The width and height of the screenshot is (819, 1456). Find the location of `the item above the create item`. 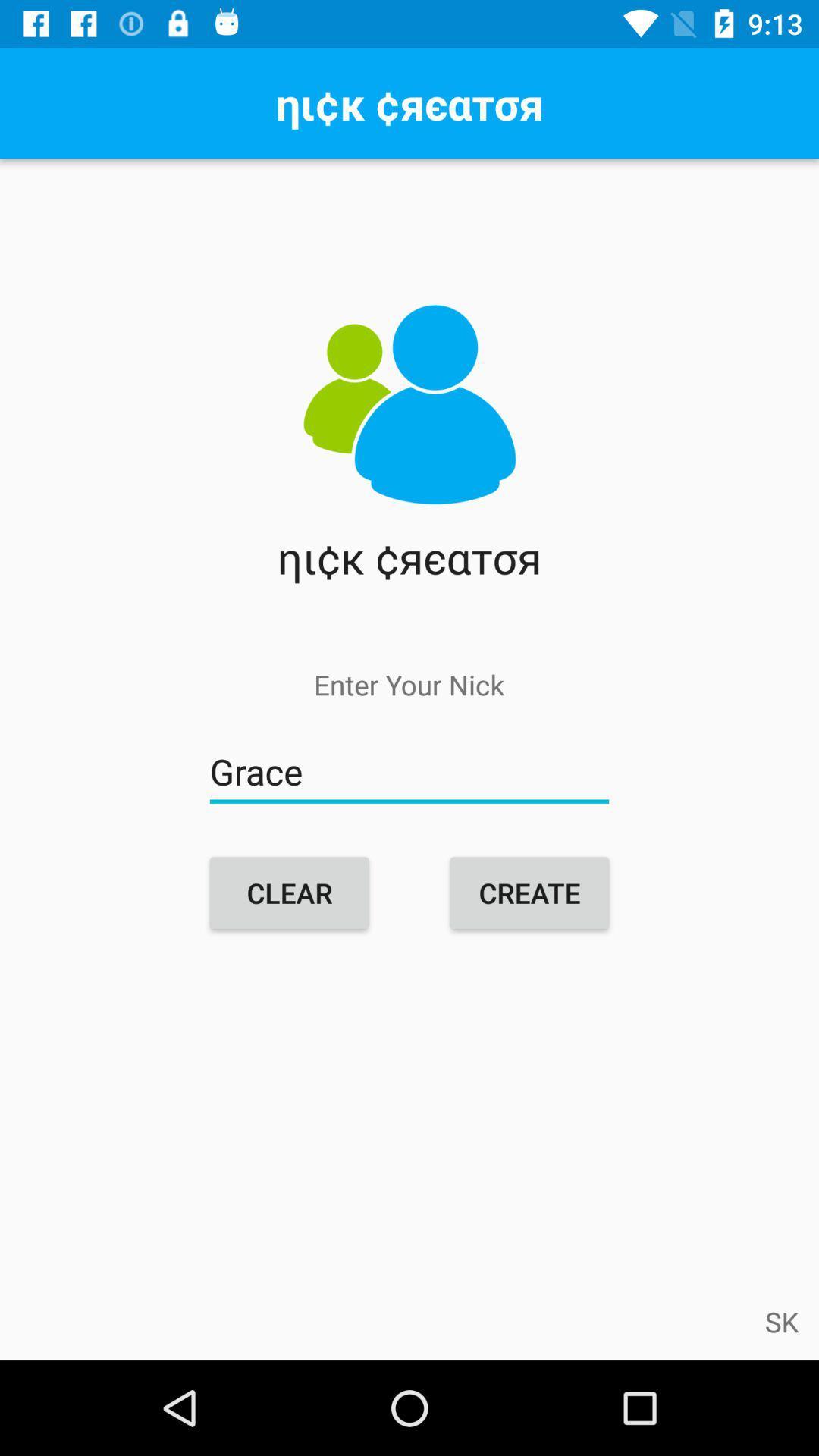

the item above the create item is located at coordinates (409, 772).